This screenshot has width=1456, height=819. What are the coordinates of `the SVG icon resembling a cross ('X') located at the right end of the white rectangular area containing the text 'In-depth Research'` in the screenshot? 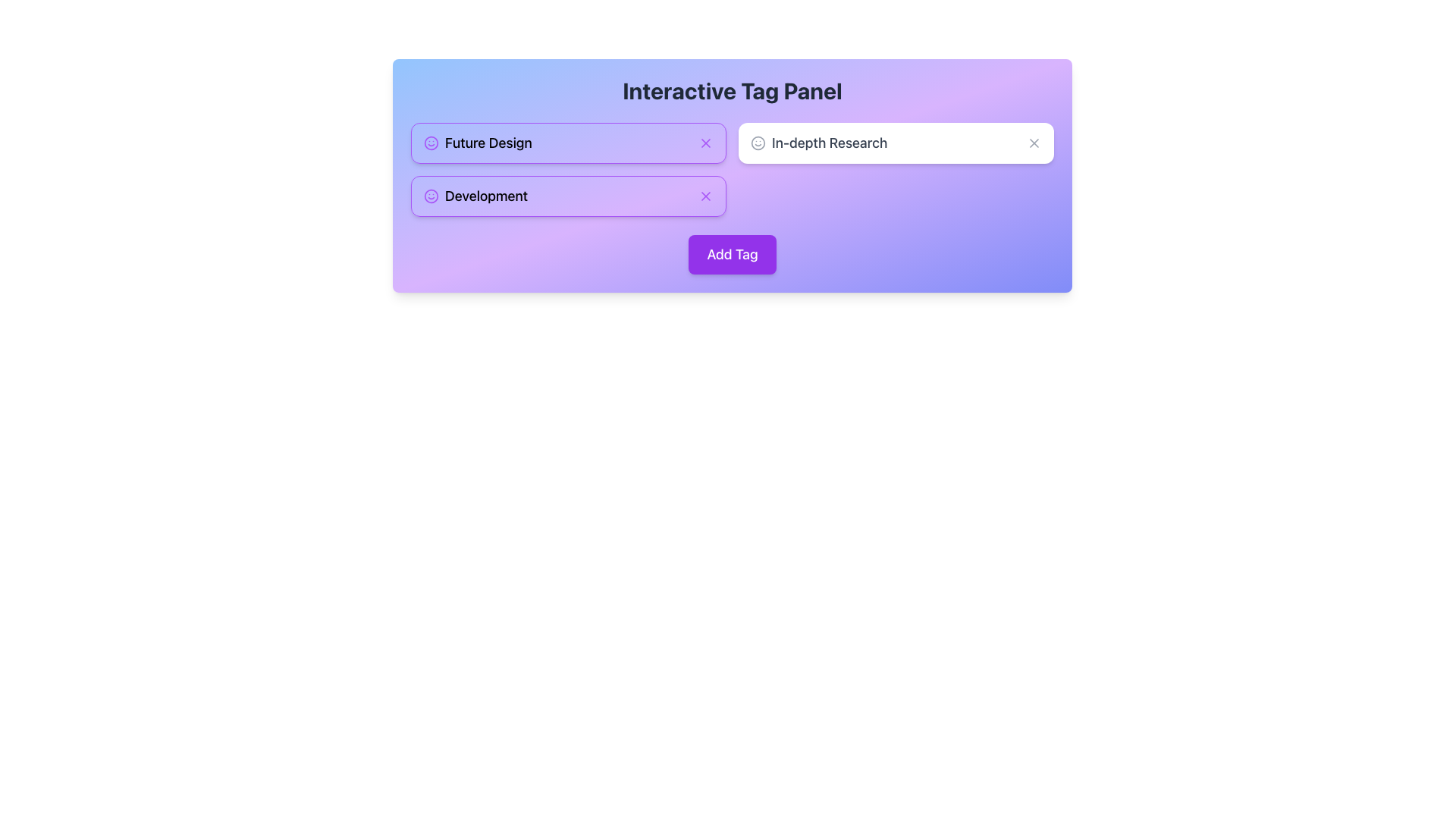 It's located at (1033, 143).